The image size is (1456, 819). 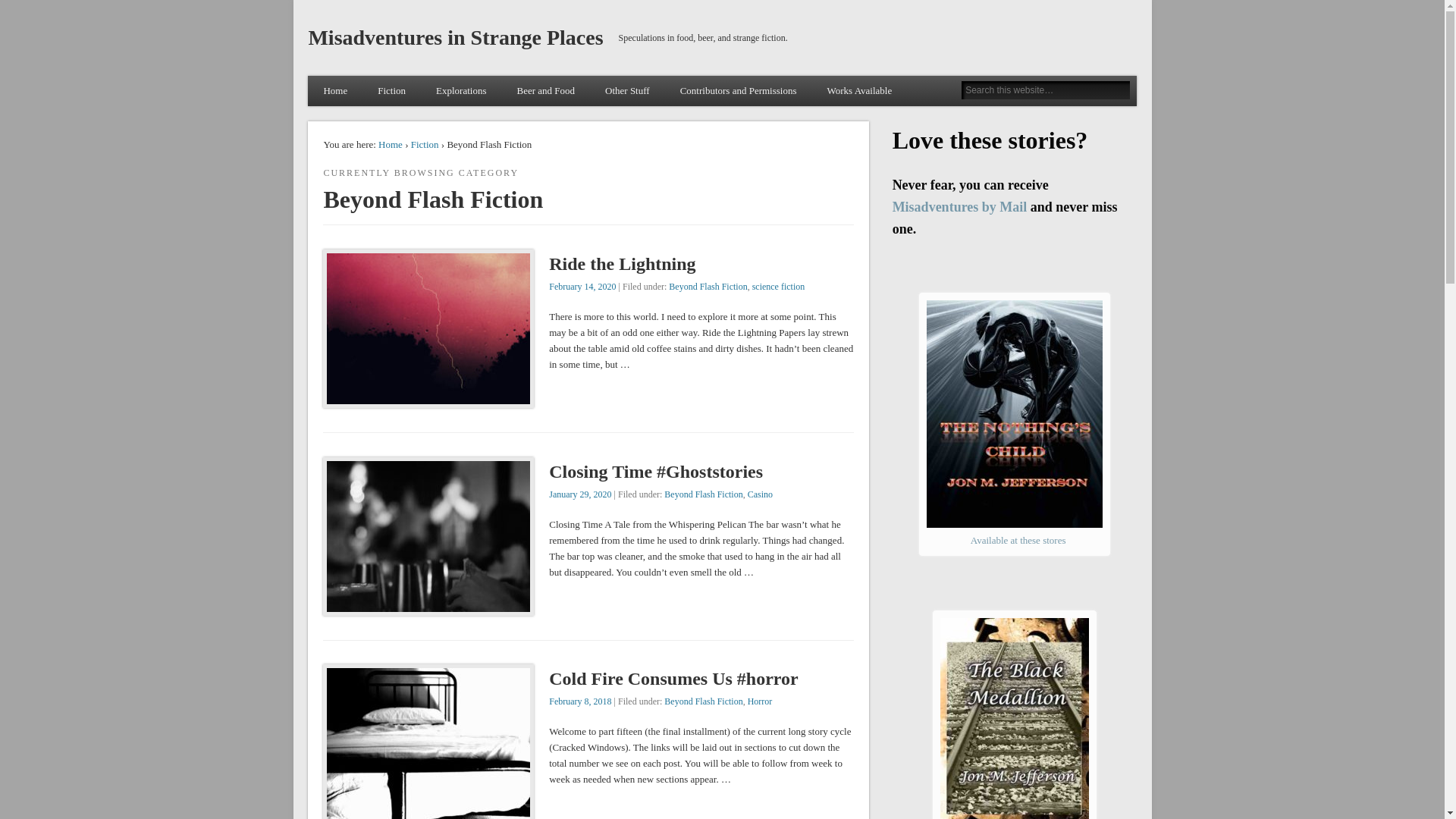 I want to click on 'Home', so click(x=334, y=90).